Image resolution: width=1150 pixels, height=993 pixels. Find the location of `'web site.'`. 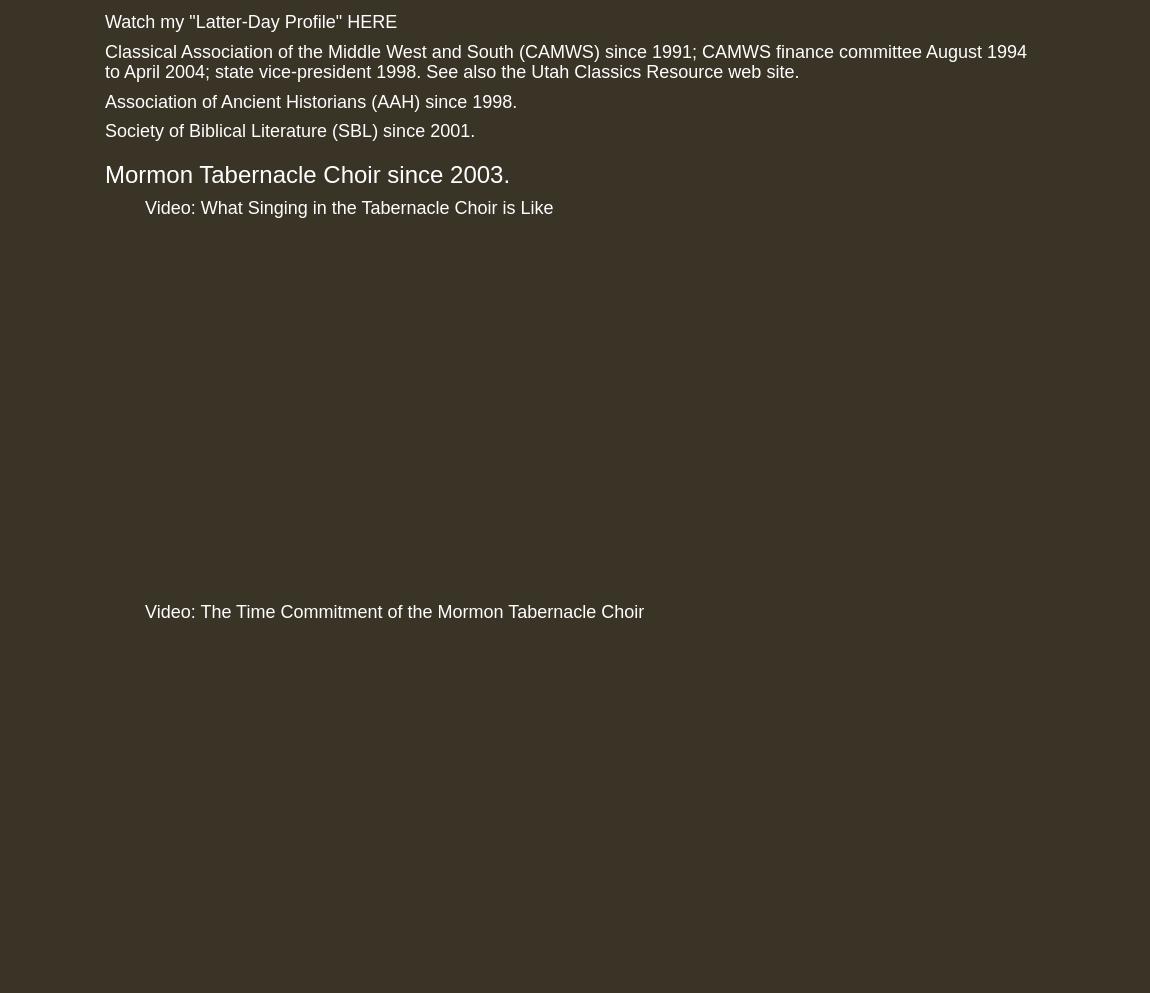

'web site.' is located at coordinates (759, 70).